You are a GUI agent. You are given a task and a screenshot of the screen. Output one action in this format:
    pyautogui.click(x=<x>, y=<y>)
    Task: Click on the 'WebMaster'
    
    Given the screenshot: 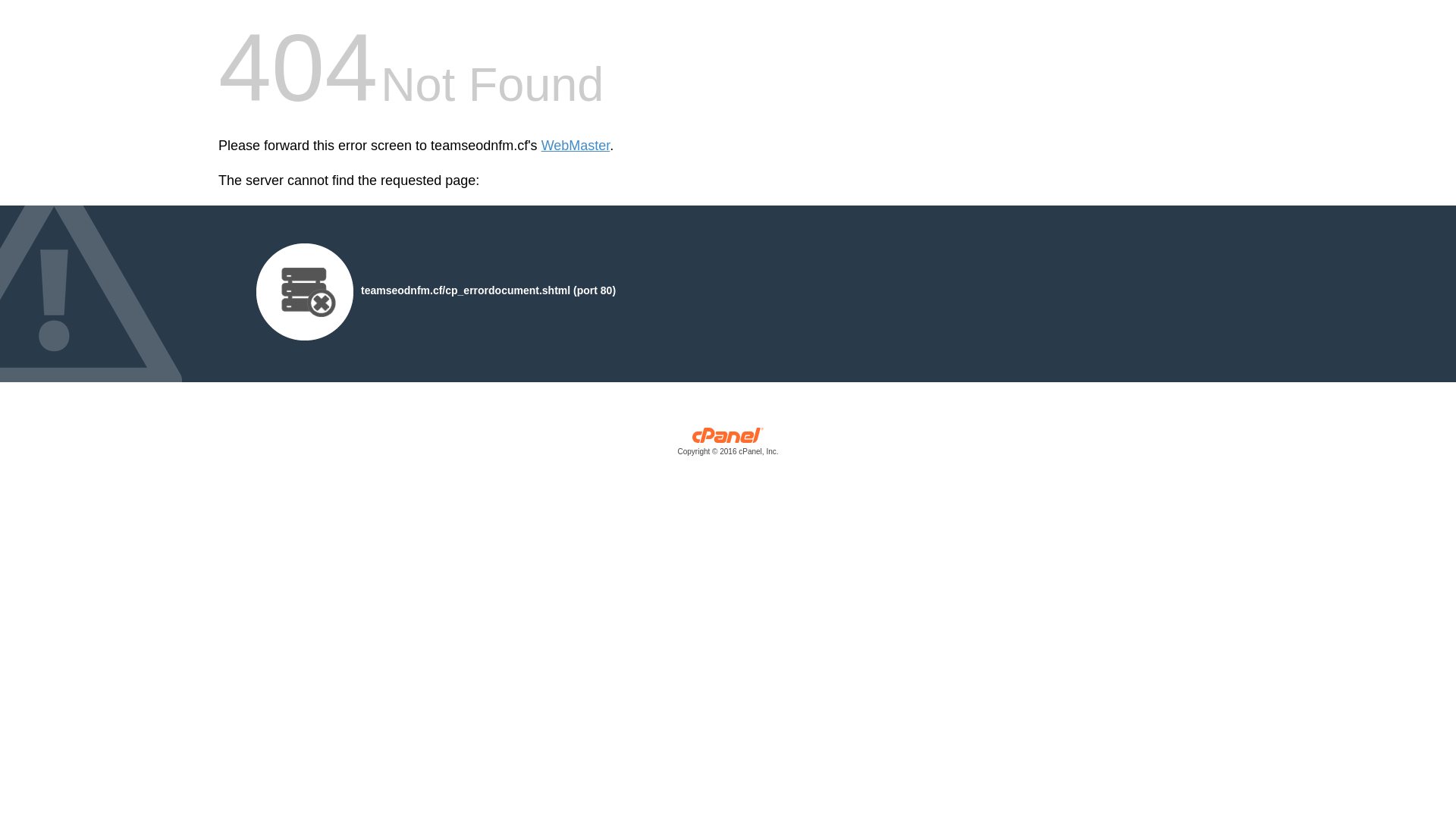 What is the action you would take?
    pyautogui.click(x=575, y=146)
    